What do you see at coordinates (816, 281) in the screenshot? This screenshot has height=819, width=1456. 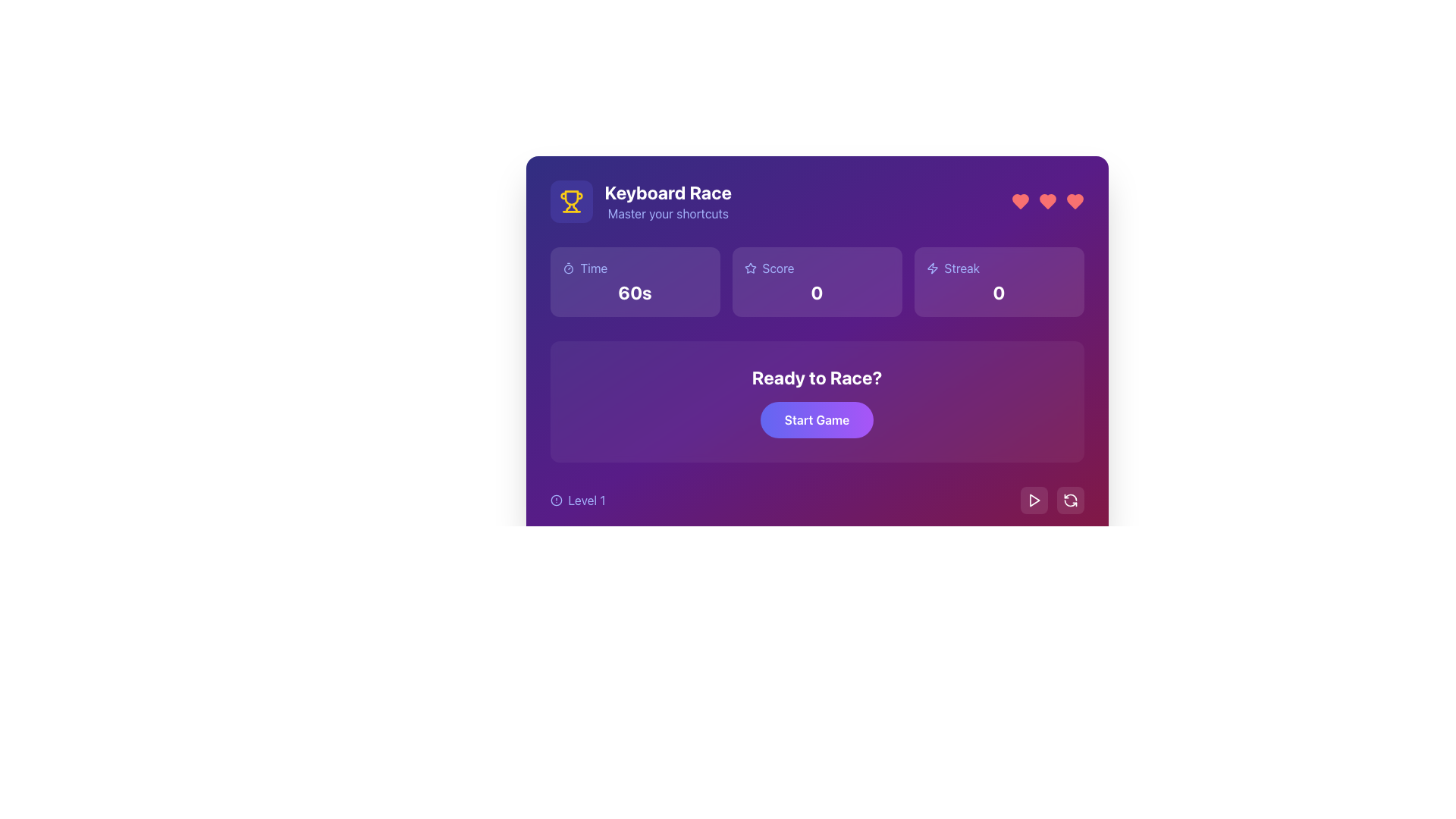 I see `the informational card displaying the 'Score' label and the numerical score value of '0', which has a purple background and is centrally positioned among three segments in the 'Keyboard Race' interface` at bounding box center [816, 281].